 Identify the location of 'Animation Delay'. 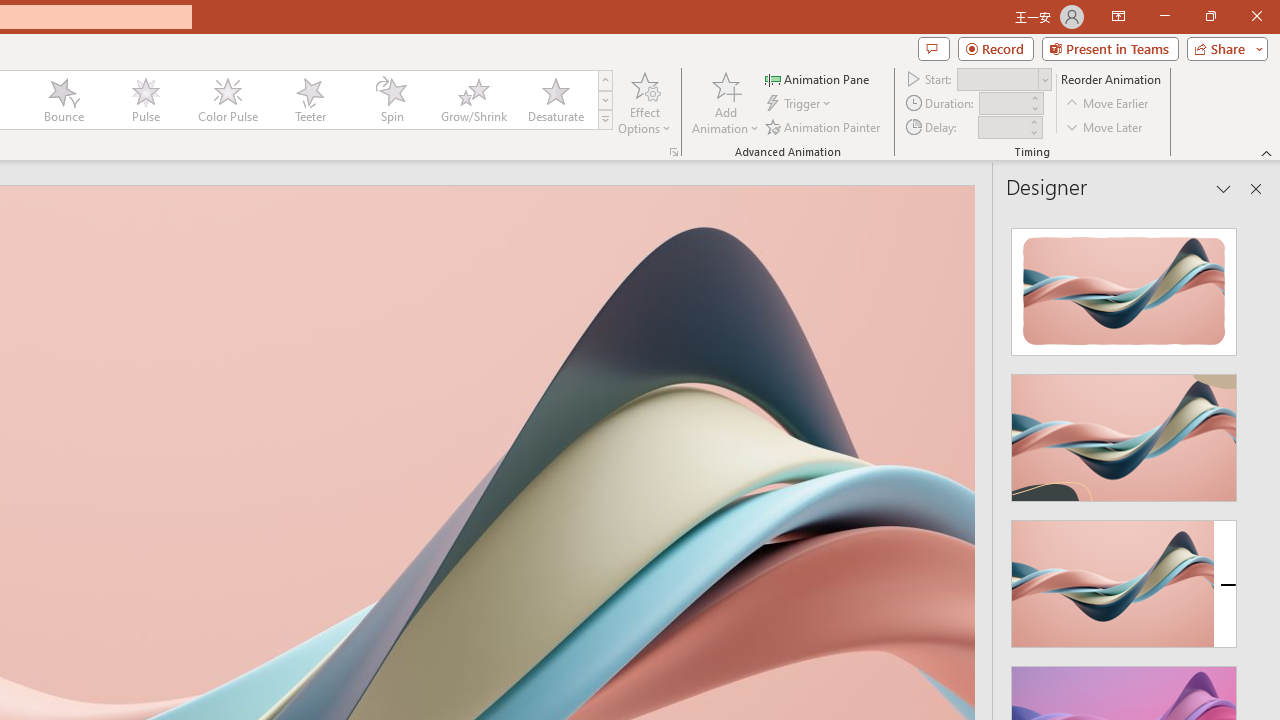
(1002, 127).